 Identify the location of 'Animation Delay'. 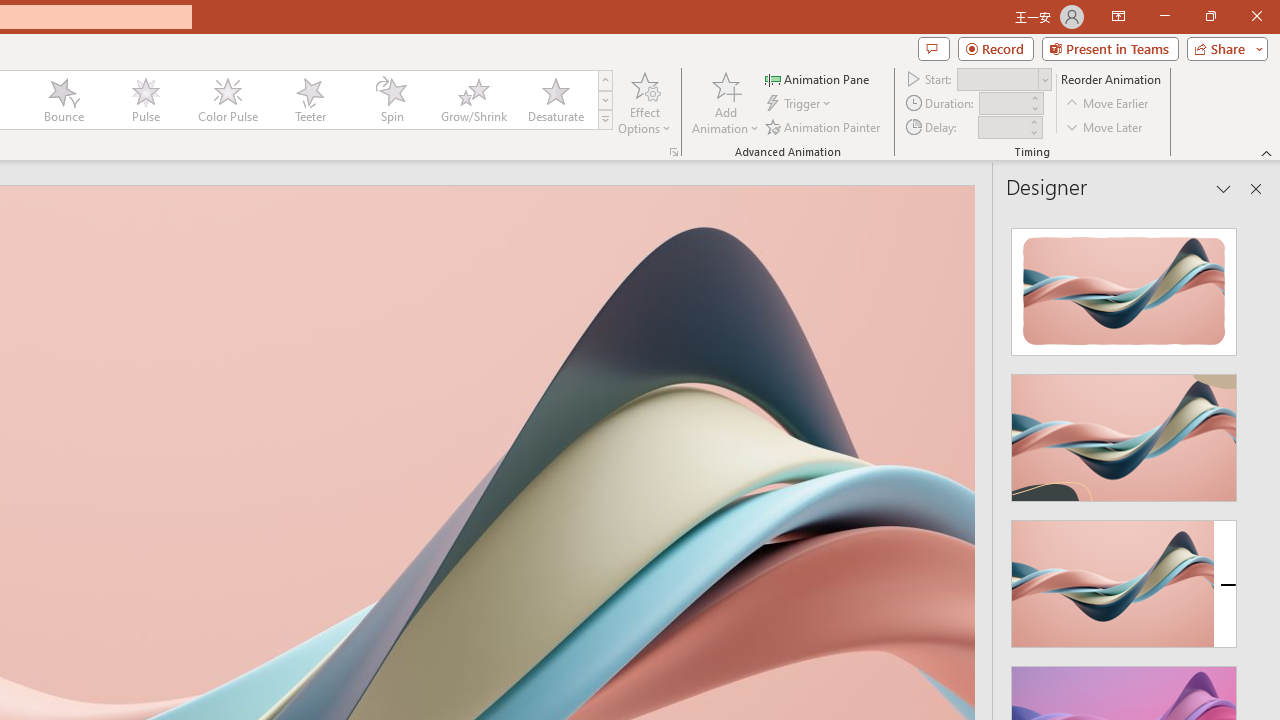
(1002, 127).